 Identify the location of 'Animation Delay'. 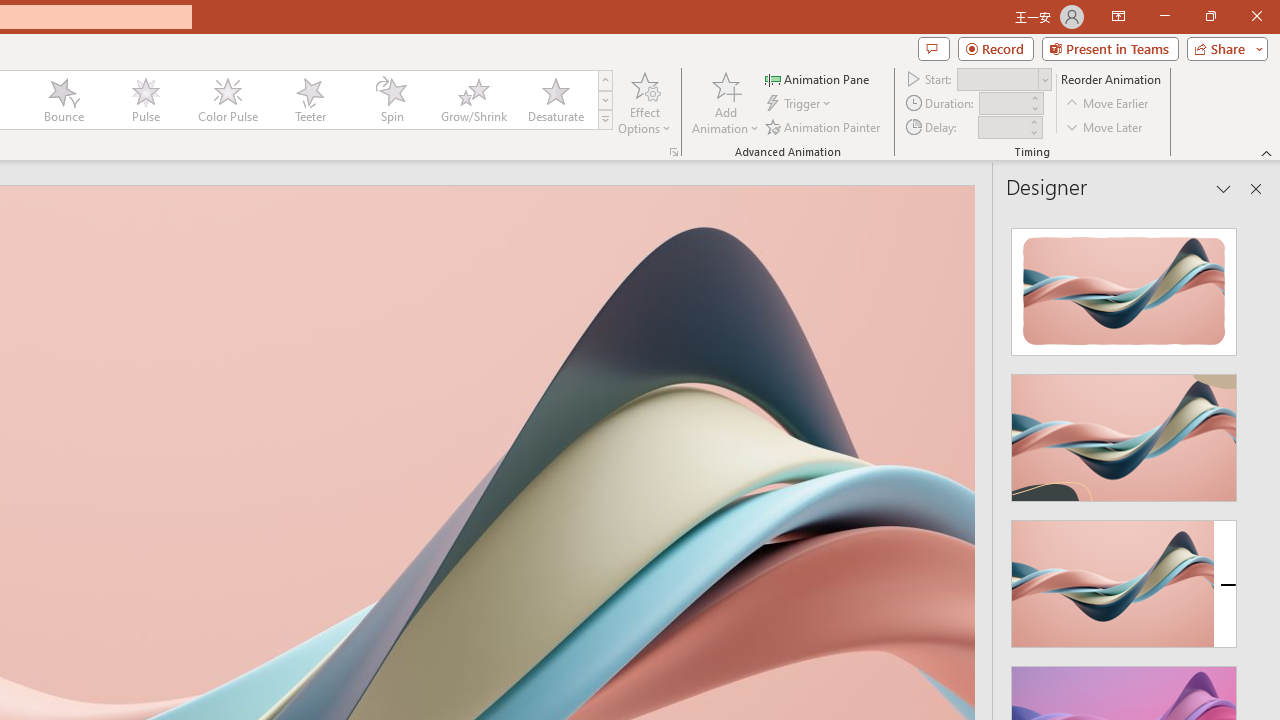
(1002, 127).